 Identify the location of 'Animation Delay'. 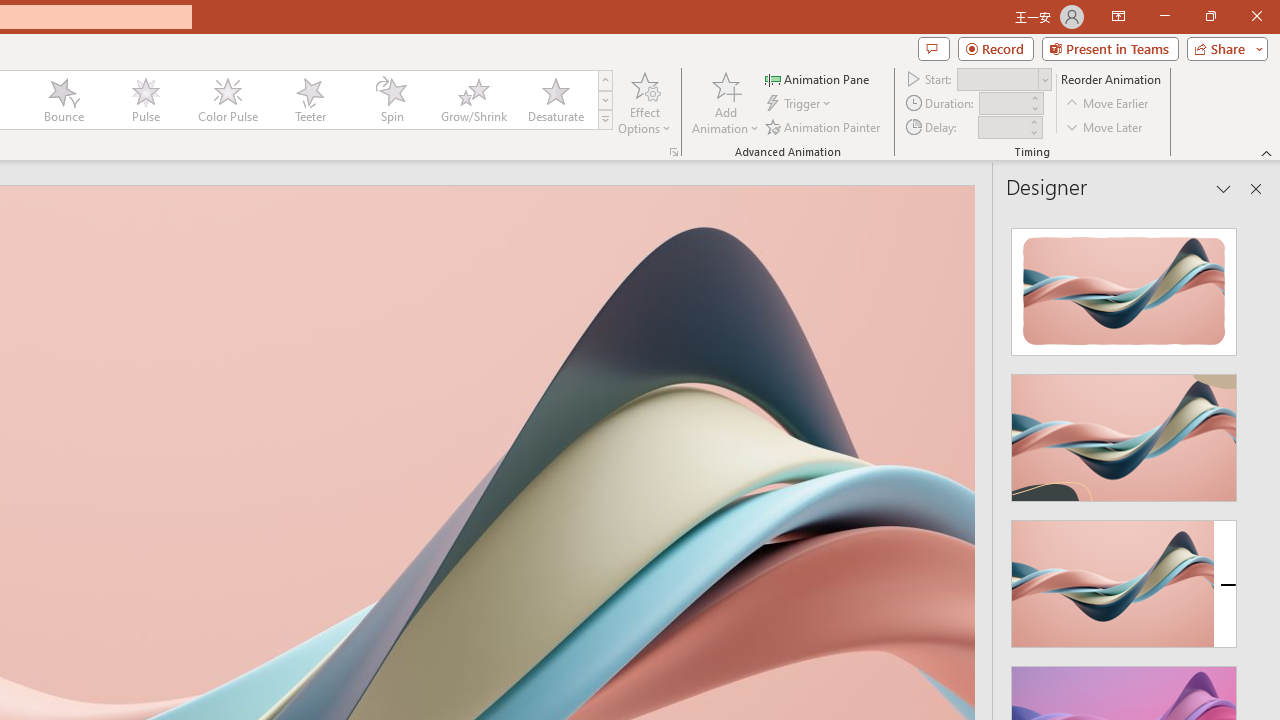
(1002, 127).